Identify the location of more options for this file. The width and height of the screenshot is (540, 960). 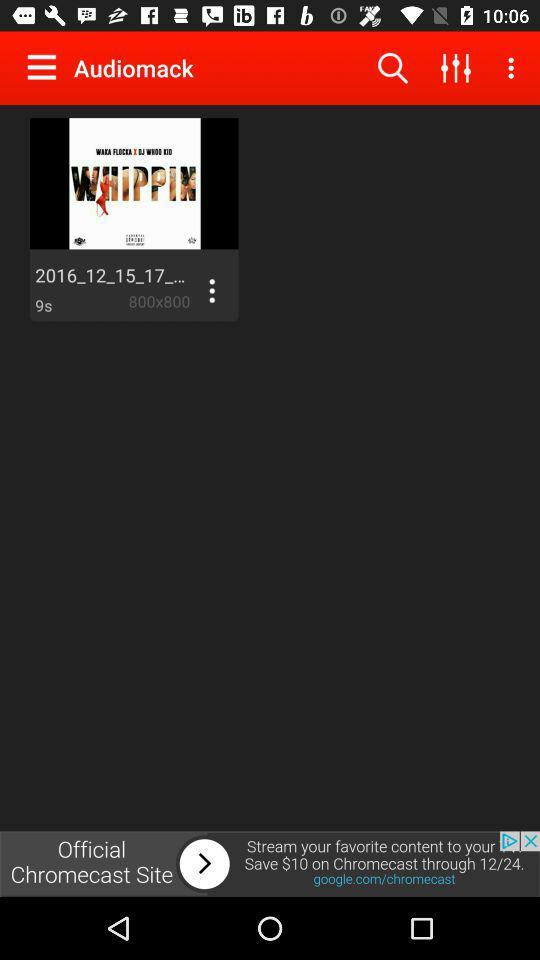
(210, 289).